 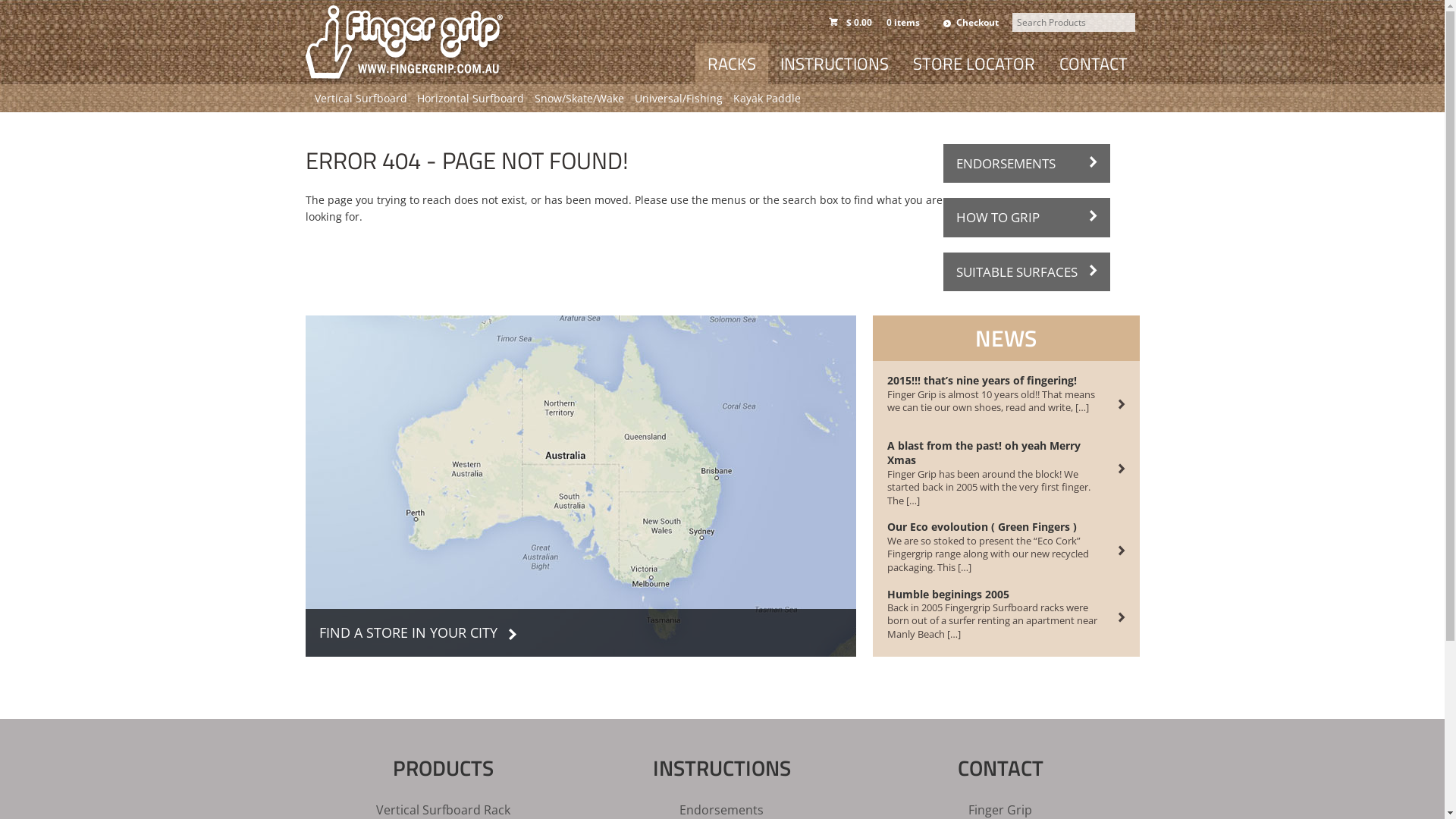 What do you see at coordinates (469, 99) in the screenshot?
I see `'Horizontal Surfboard'` at bounding box center [469, 99].